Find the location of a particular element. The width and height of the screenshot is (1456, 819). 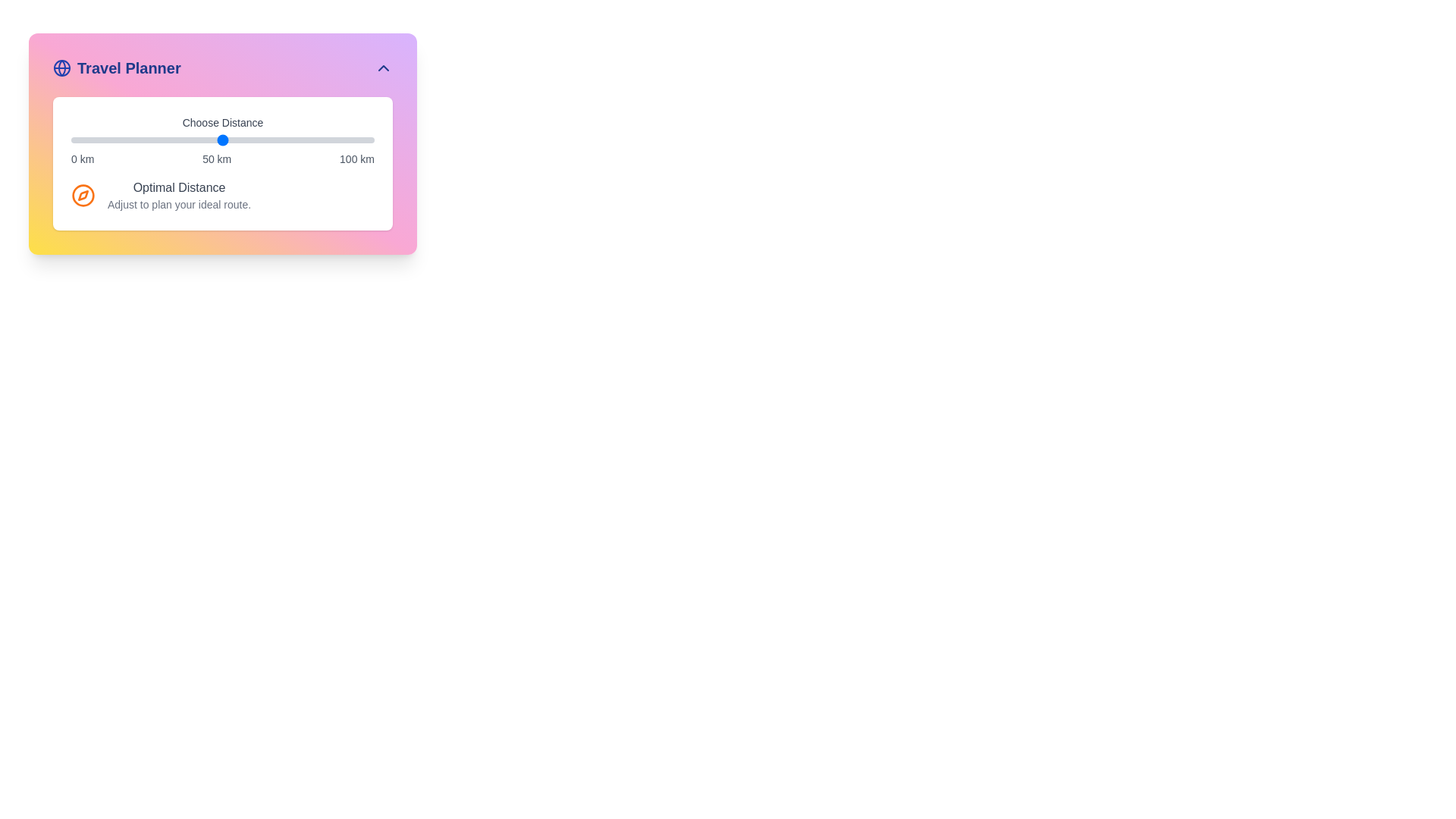

the distance slider is located at coordinates (277, 140).